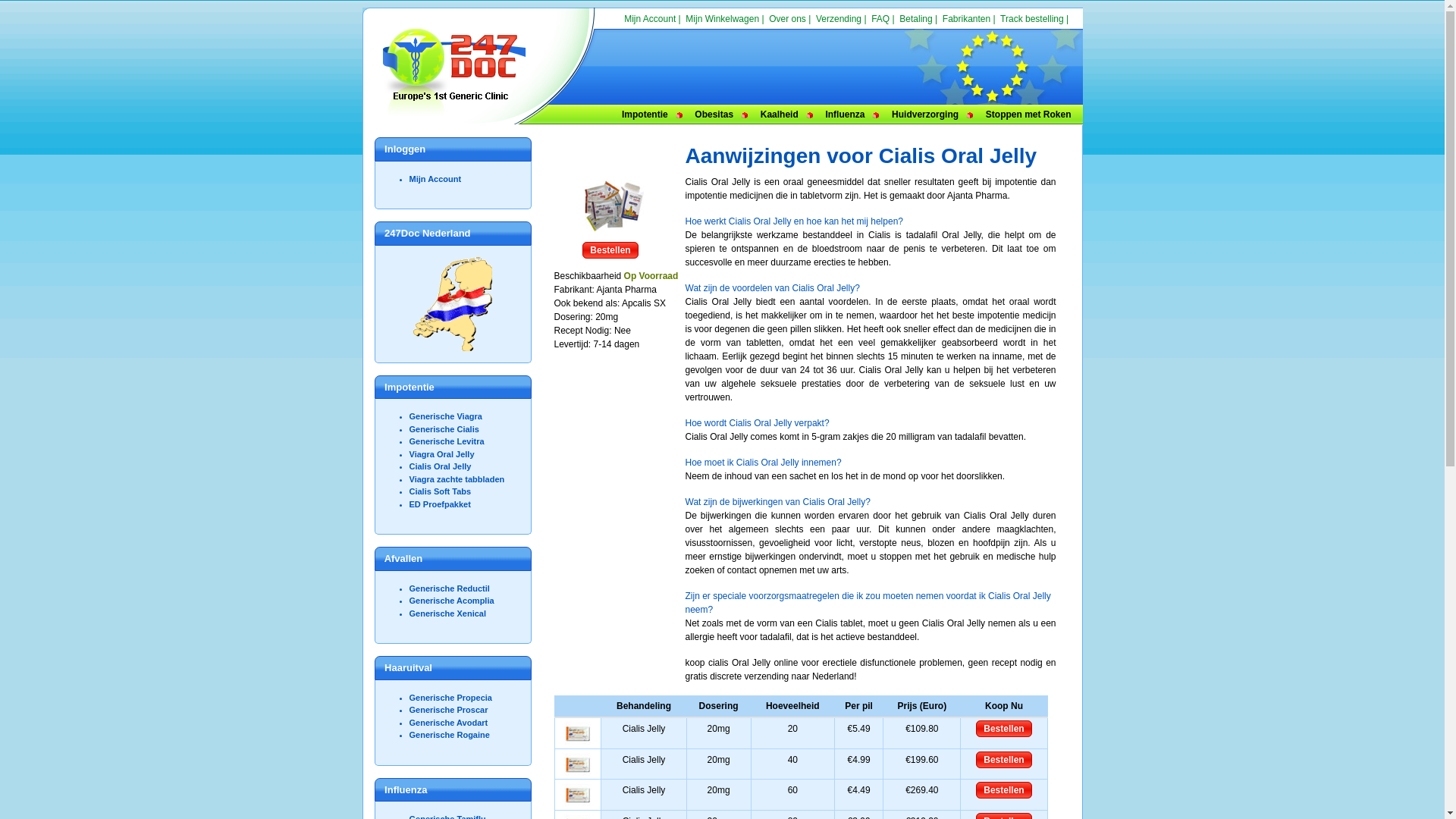 The width and height of the screenshot is (1456, 819). Describe the element at coordinates (880, 18) in the screenshot. I see `'FAQ'` at that location.